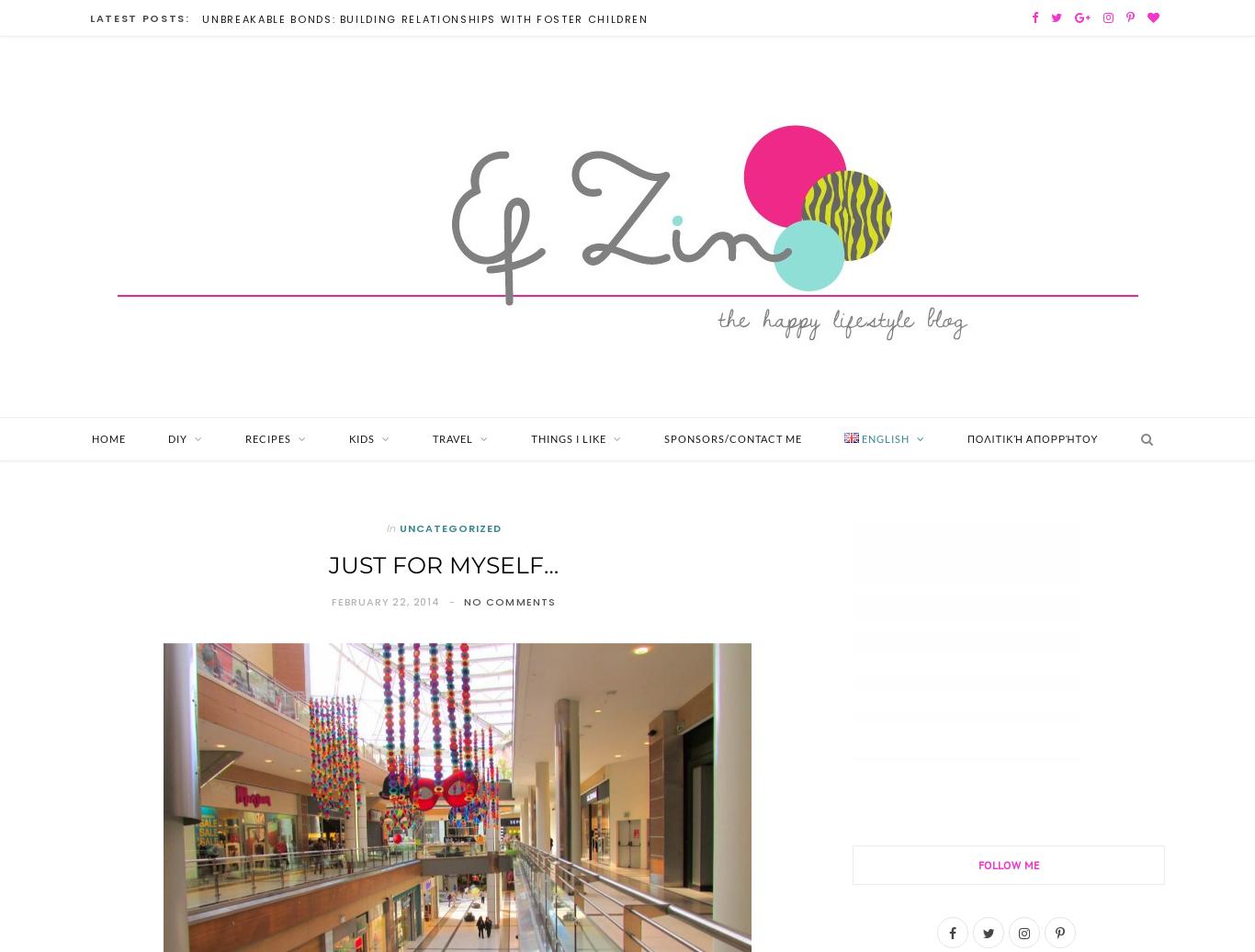  What do you see at coordinates (281, 479) in the screenshot?
I see `'Food'` at bounding box center [281, 479].